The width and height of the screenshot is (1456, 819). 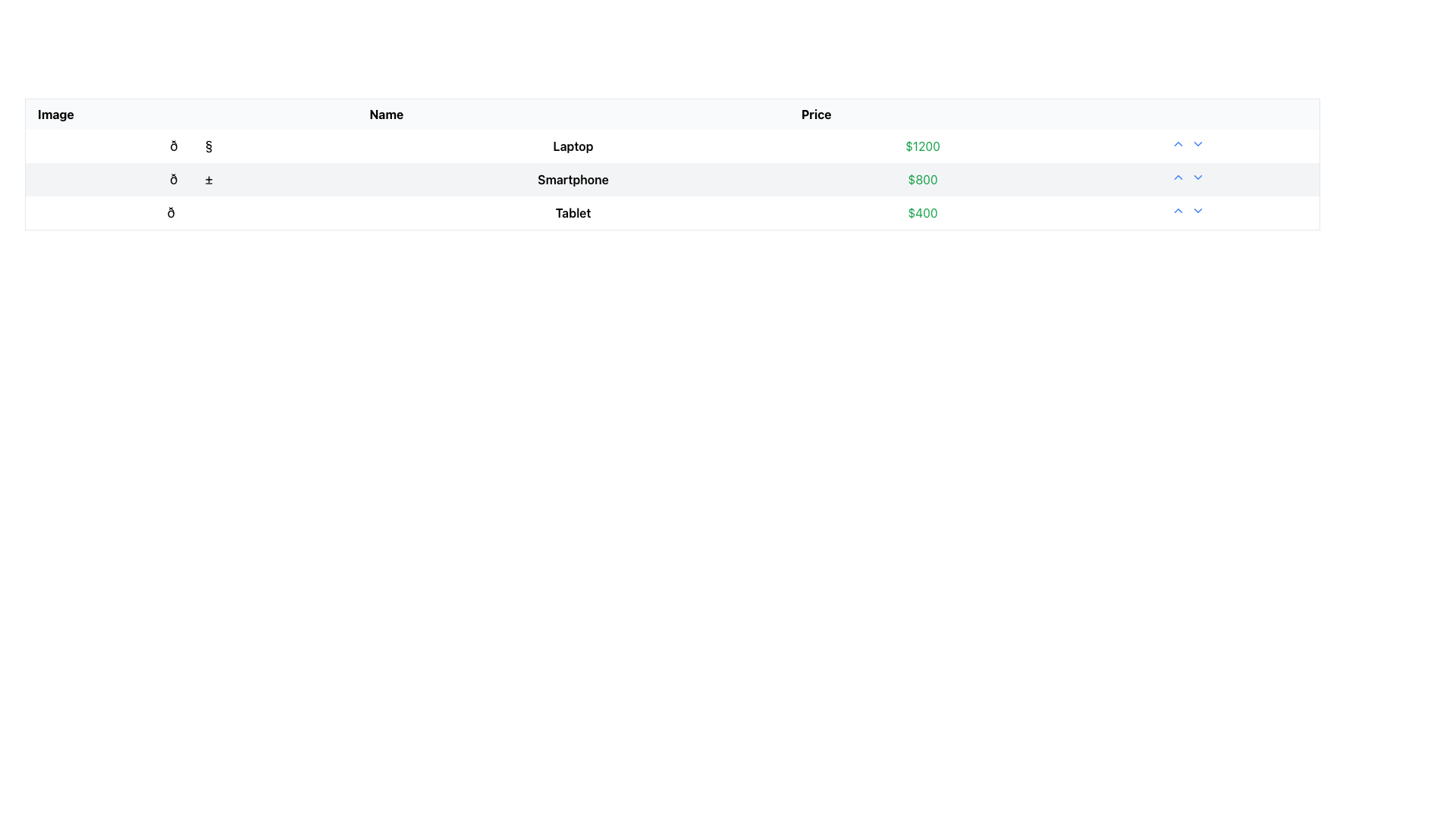 What do you see at coordinates (190, 178) in the screenshot?
I see `the emoji styled character resembling a smartphone in the first column of the table, which is aligned with the description 'Smartphone'` at bounding box center [190, 178].